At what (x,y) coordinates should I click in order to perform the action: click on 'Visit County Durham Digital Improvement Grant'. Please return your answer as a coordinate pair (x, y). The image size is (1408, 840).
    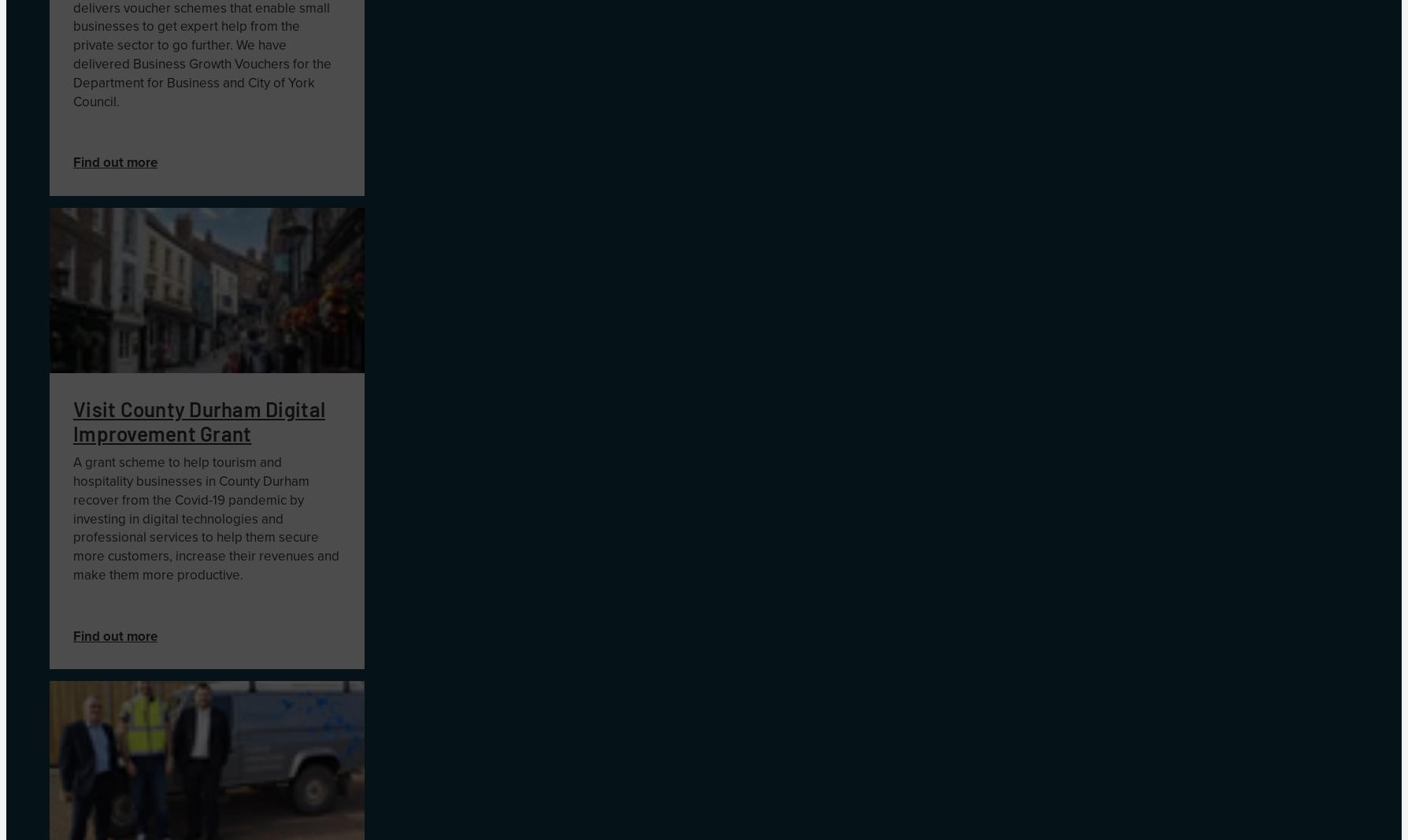
    Looking at the image, I should click on (72, 420).